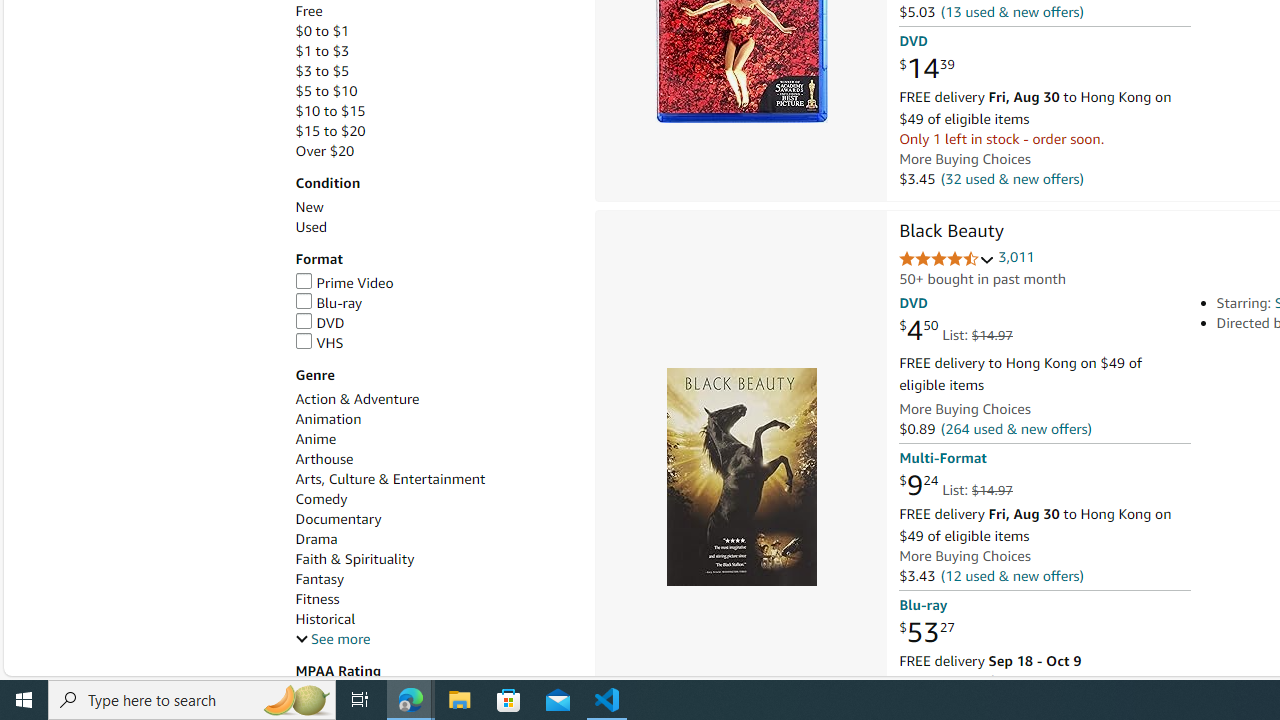 The width and height of the screenshot is (1280, 720). I want to click on '(32 used & new offers)', so click(1011, 178).